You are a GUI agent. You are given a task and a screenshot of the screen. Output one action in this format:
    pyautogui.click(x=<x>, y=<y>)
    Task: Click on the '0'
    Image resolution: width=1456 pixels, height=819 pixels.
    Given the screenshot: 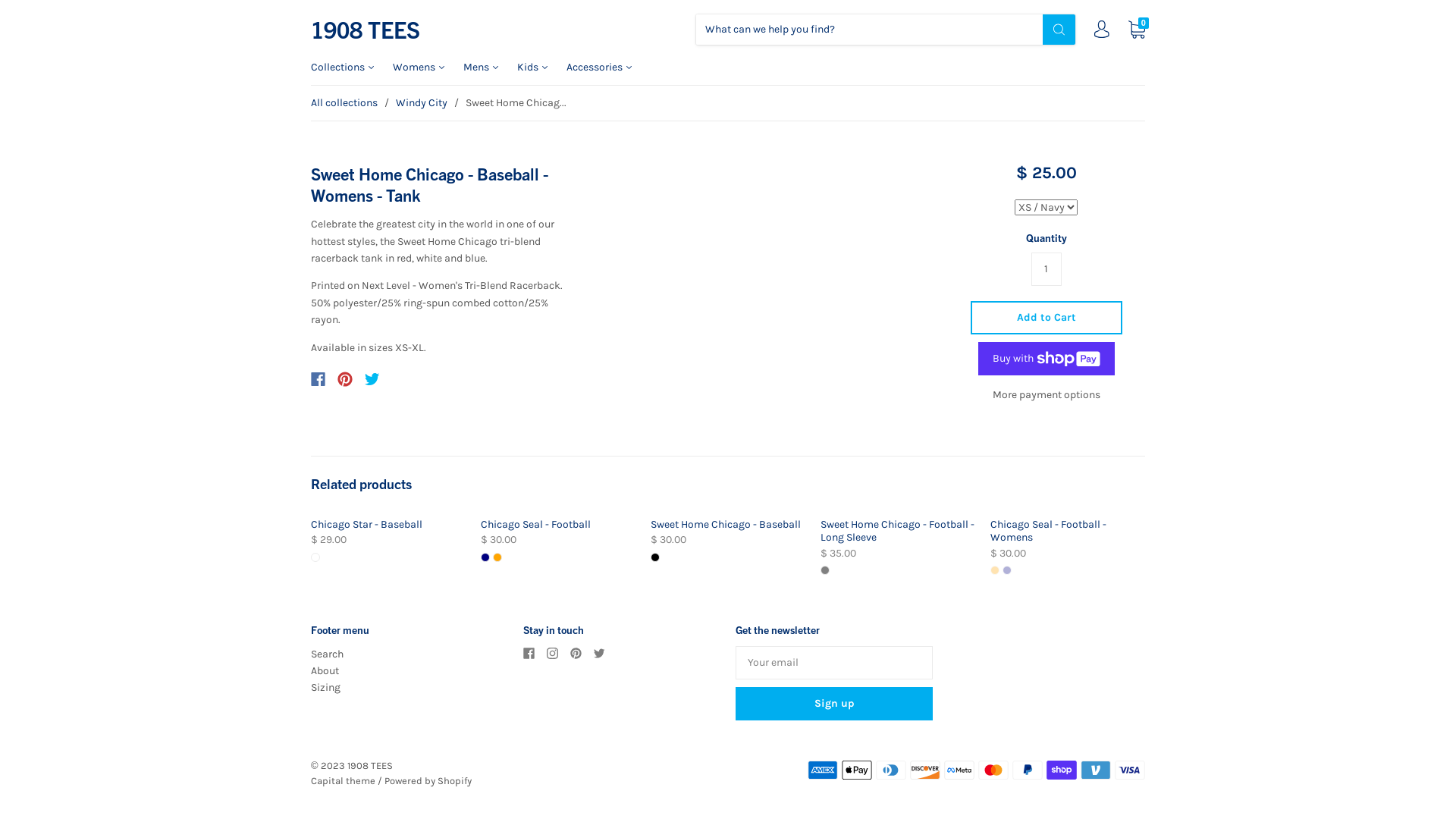 What is the action you would take?
    pyautogui.click(x=1136, y=29)
    